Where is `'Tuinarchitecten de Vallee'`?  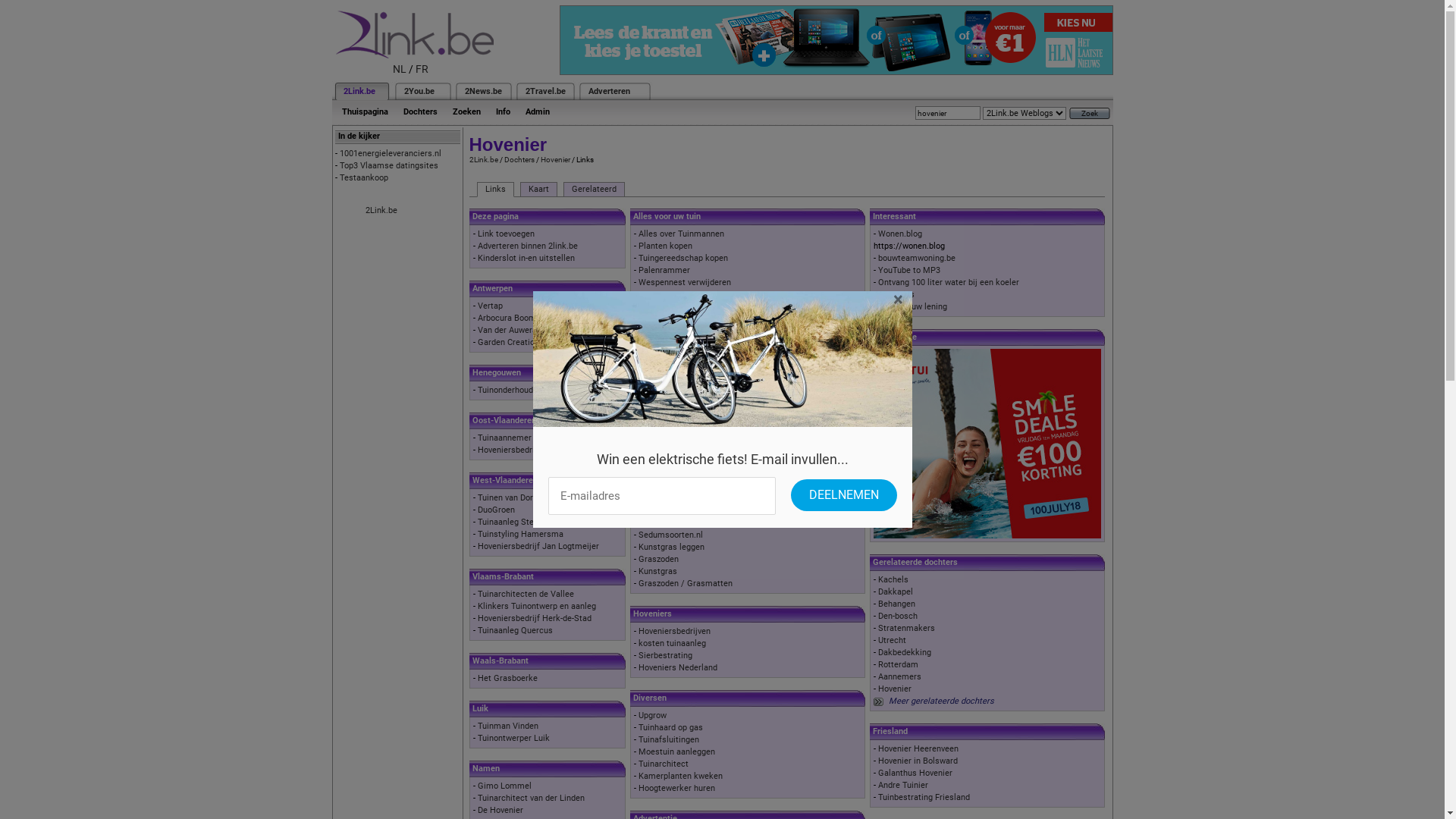 'Tuinarchitecten de Vallee' is located at coordinates (476, 593).